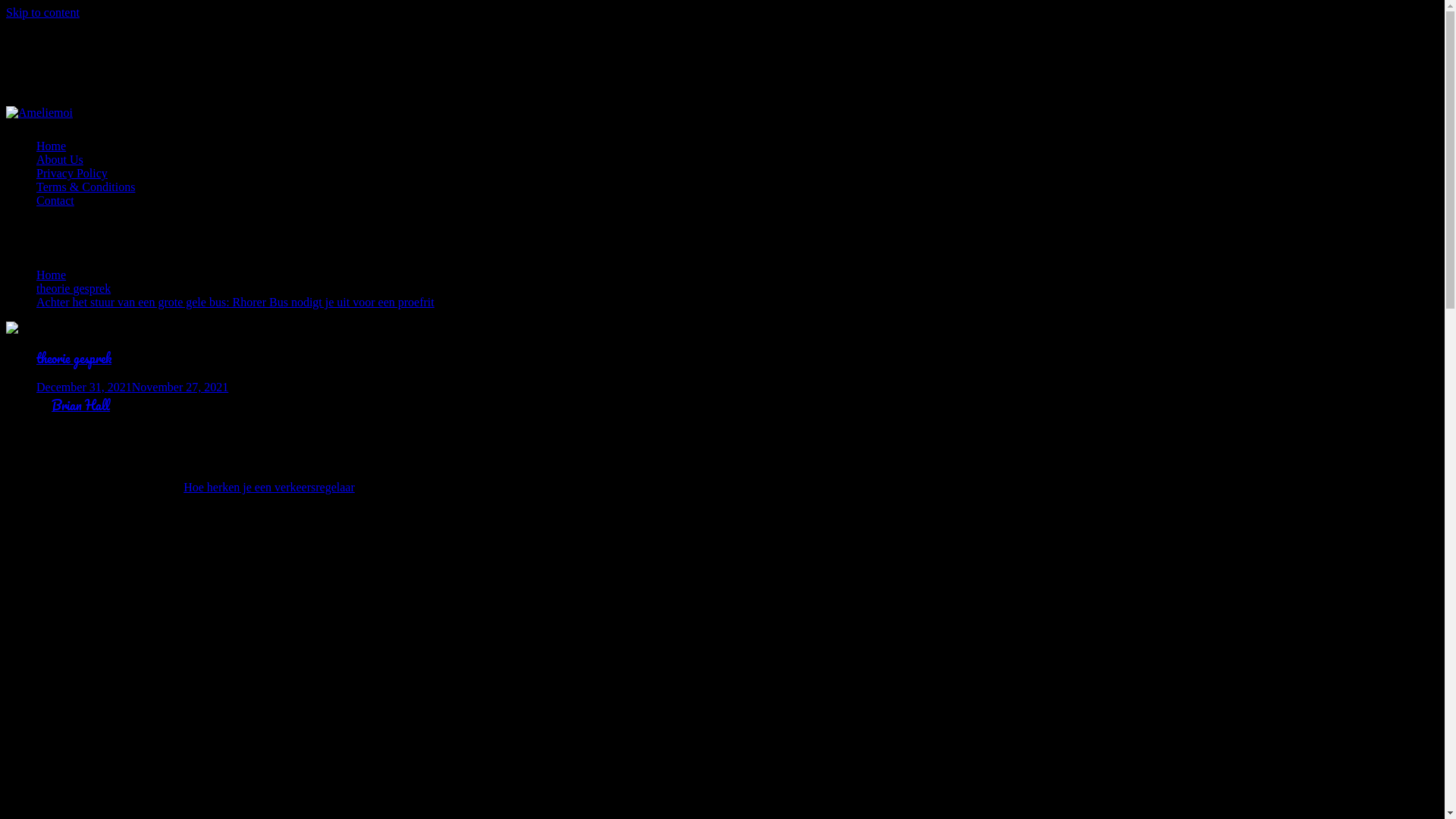 The image size is (1456, 819). What do you see at coordinates (248, 643) in the screenshot?
I see `'Het volledige CBR auto theorie examen augustus 2021'` at bounding box center [248, 643].